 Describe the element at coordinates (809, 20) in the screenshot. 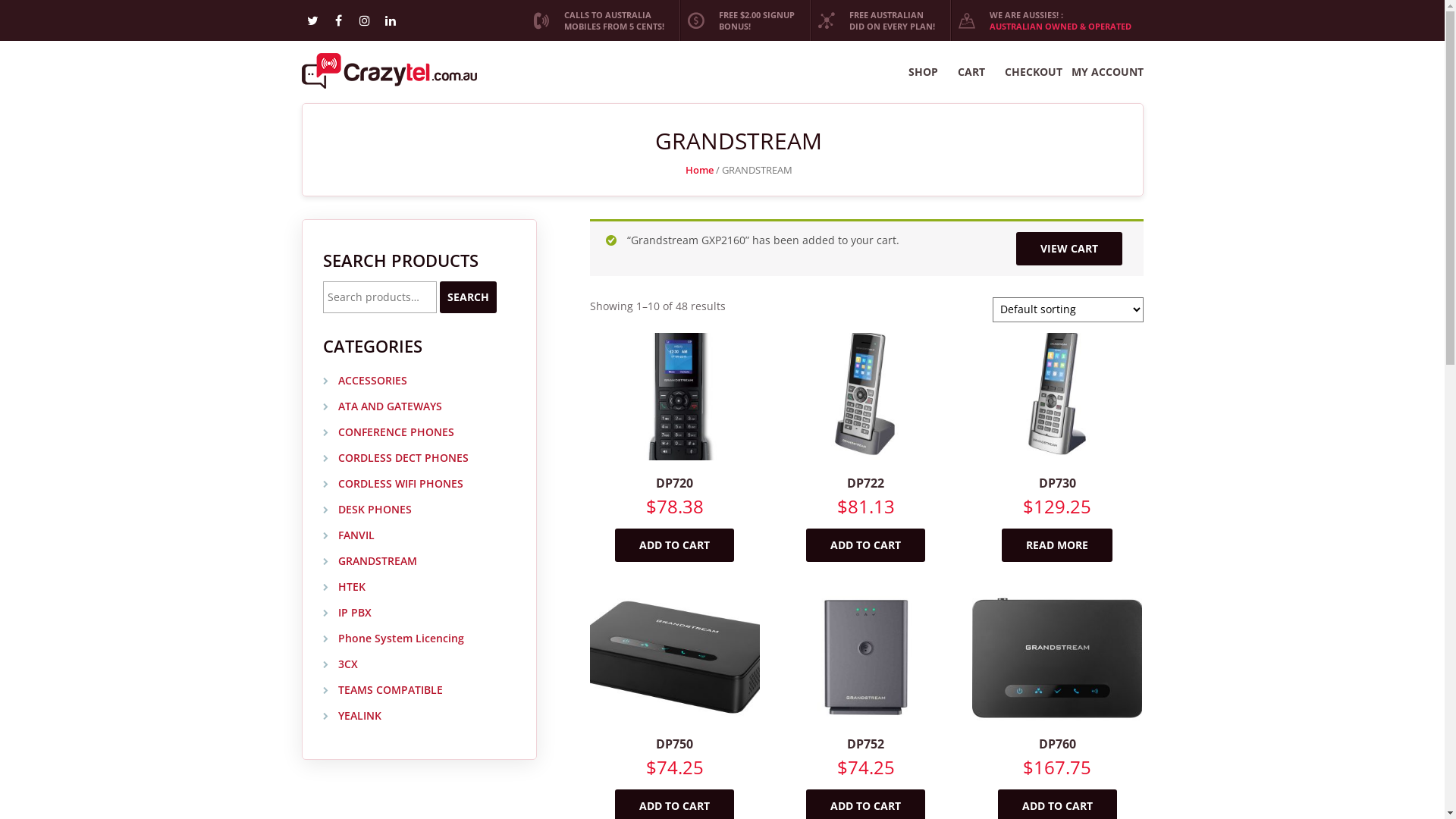

I see `'FREE AUSTRALIAN` at that location.